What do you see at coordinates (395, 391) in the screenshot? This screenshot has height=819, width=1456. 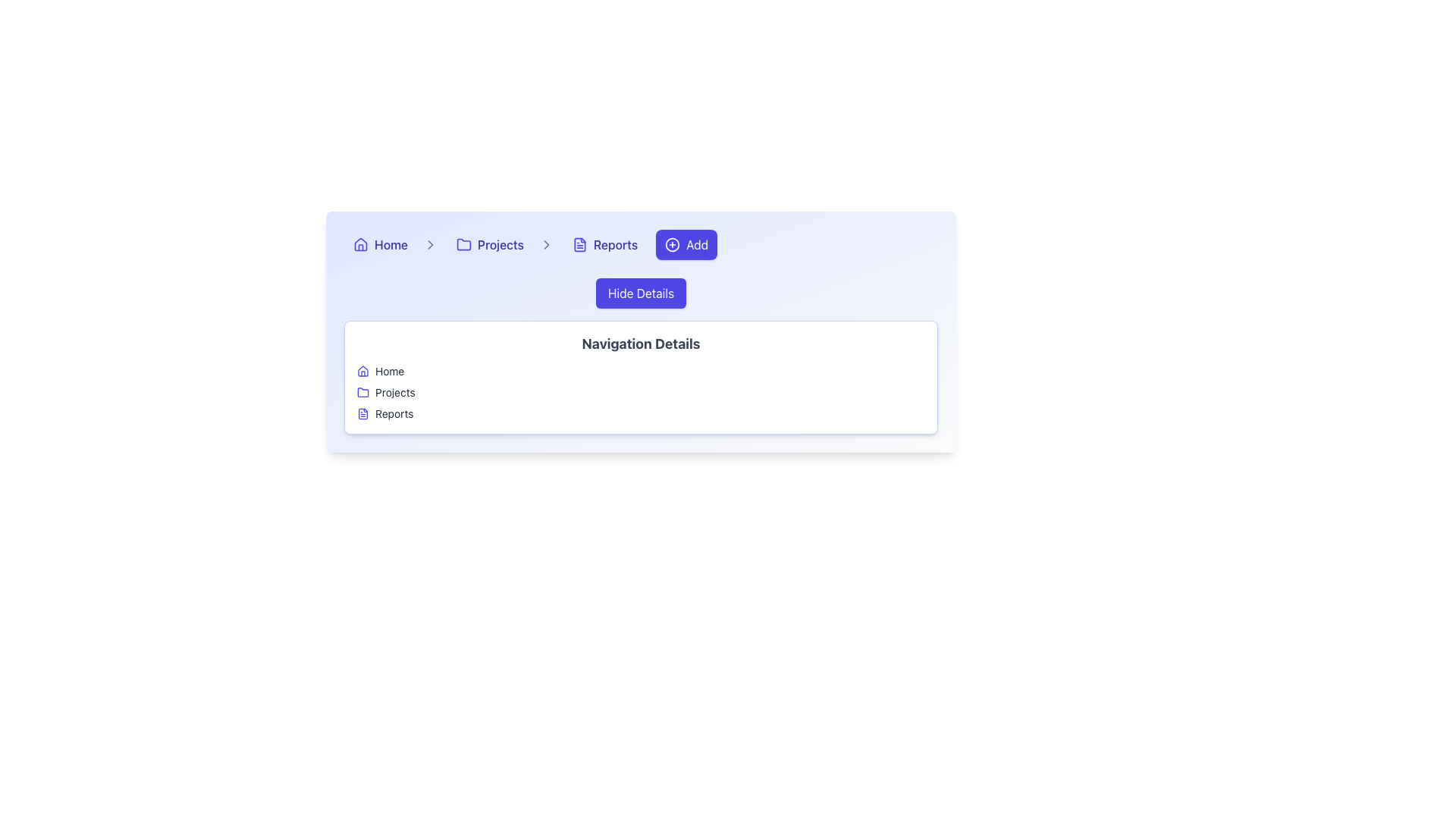 I see `the 'Projects' text label located below the navigation bar, adjacent to the indigo-colored folder icon` at bounding box center [395, 391].